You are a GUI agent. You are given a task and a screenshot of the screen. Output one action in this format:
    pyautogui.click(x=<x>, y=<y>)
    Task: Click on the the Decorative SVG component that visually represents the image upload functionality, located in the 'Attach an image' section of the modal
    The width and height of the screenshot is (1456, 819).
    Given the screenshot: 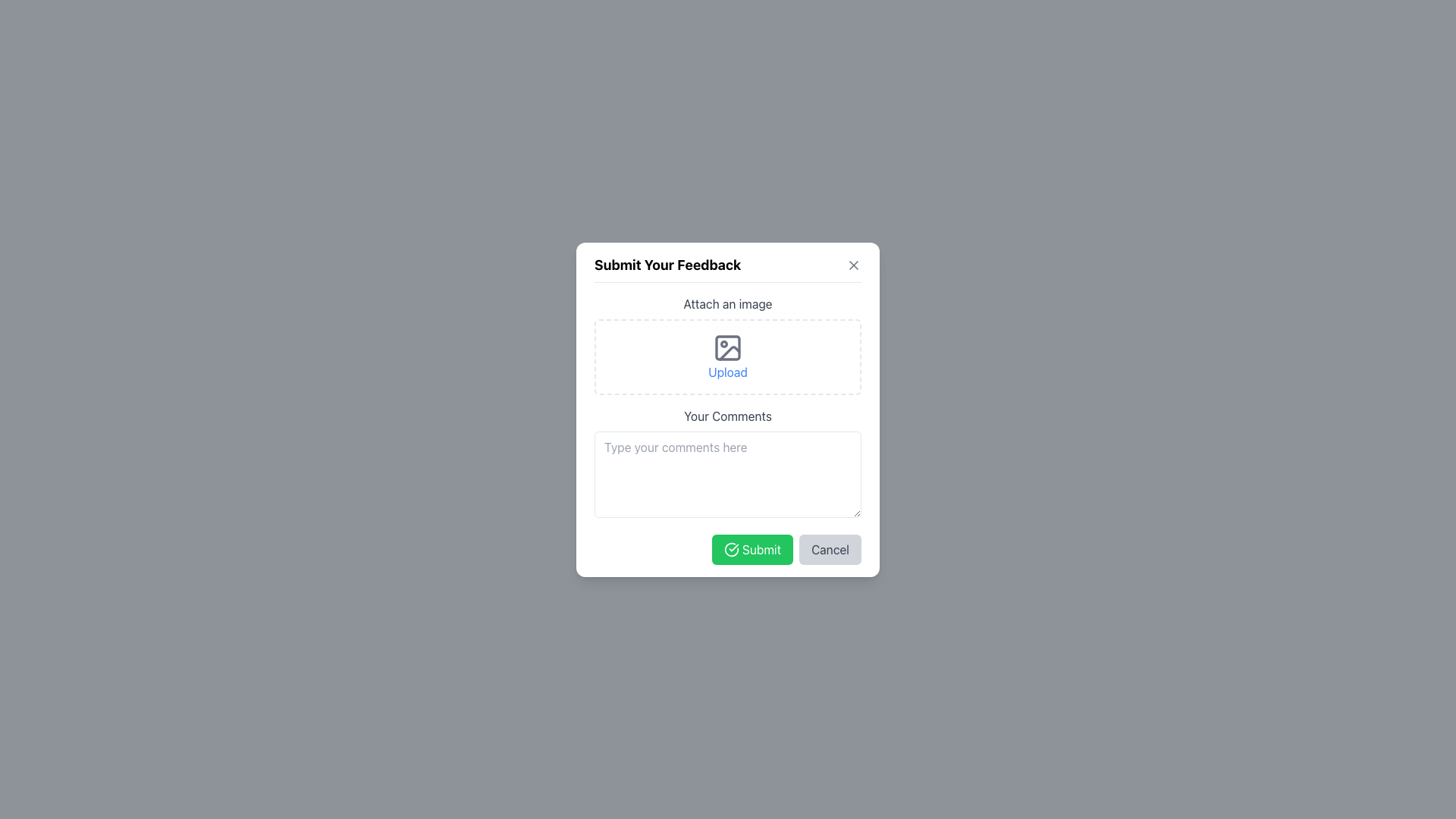 What is the action you would take?
    pyautogui.click(x=728, y=347)
    